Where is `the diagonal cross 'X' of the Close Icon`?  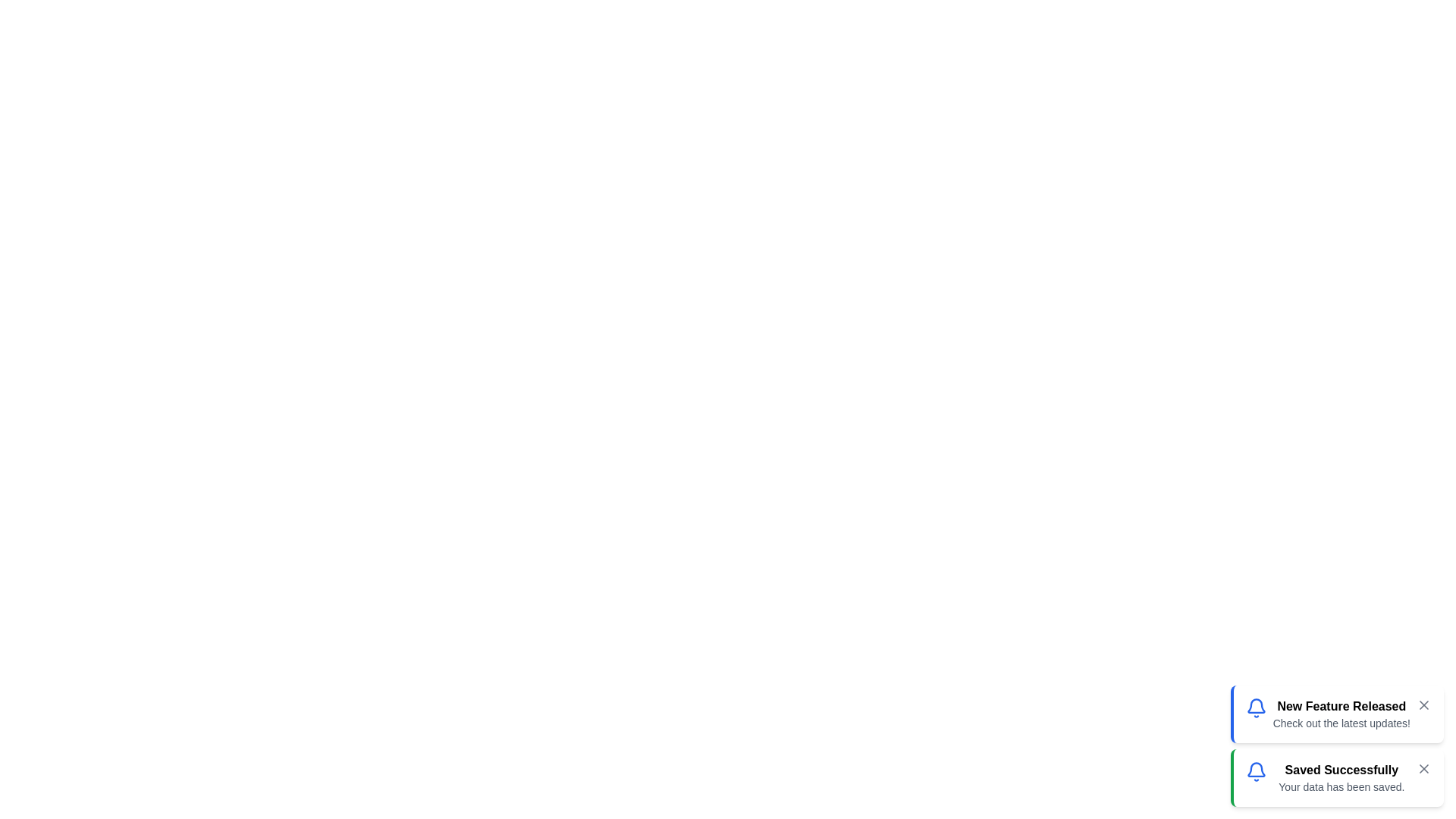 the diagonal cross 'X' of the Close Icon is located at coordinates (1423, 769).